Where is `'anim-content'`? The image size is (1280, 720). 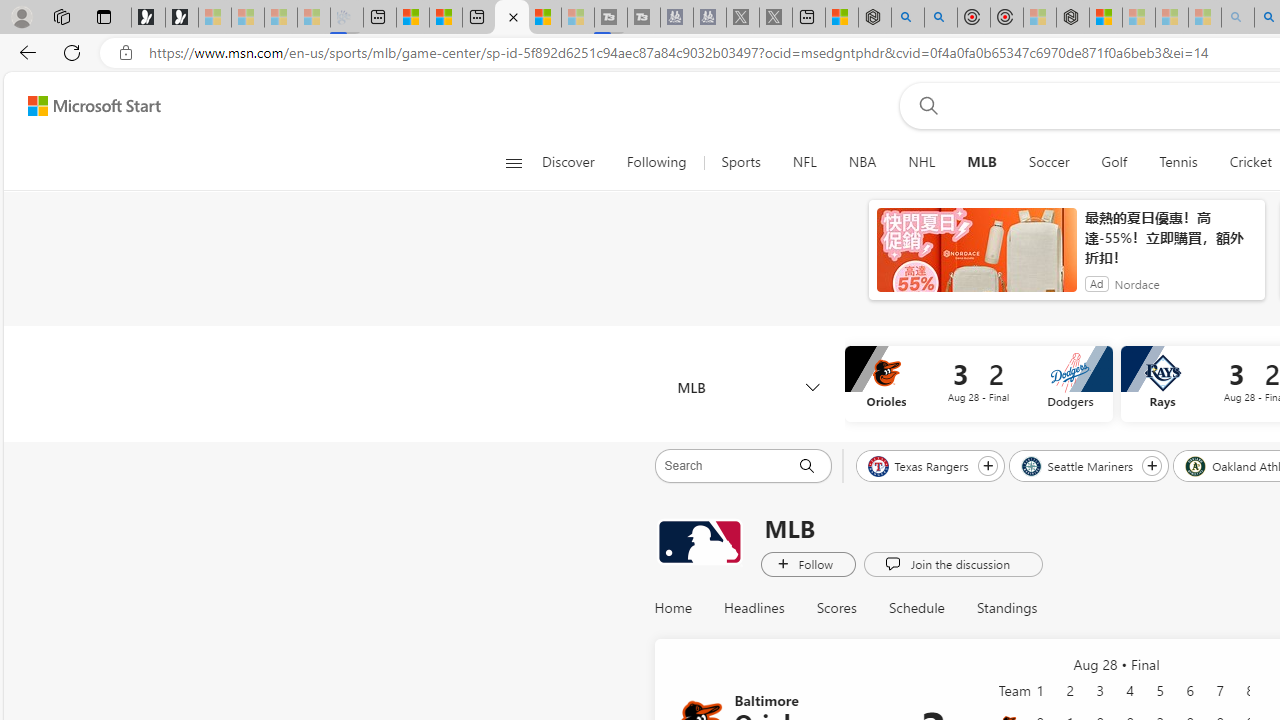 'anim-content' is located at coordinates (976, 257).